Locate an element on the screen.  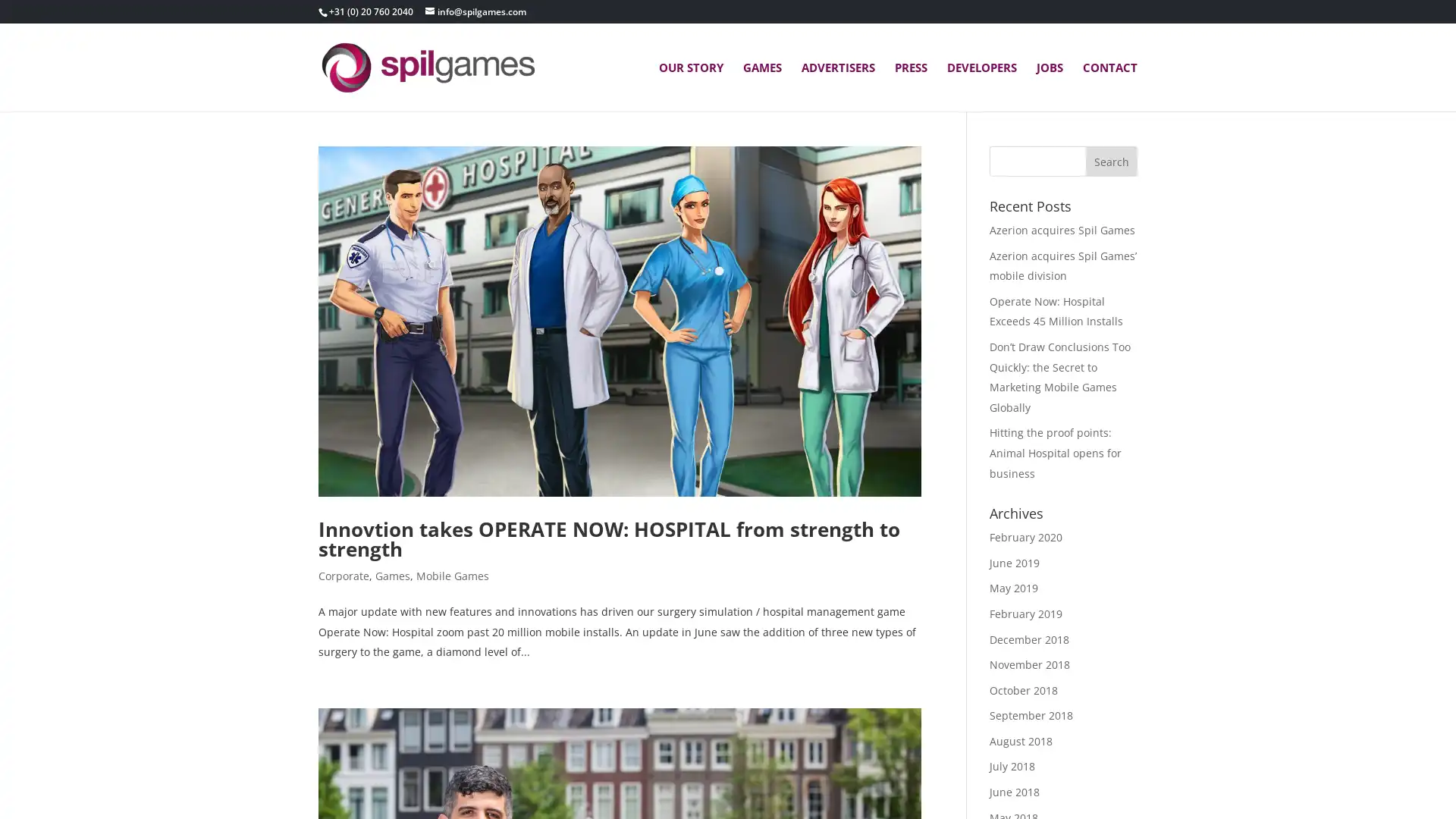
Search is located at coordinates (1111, 161).